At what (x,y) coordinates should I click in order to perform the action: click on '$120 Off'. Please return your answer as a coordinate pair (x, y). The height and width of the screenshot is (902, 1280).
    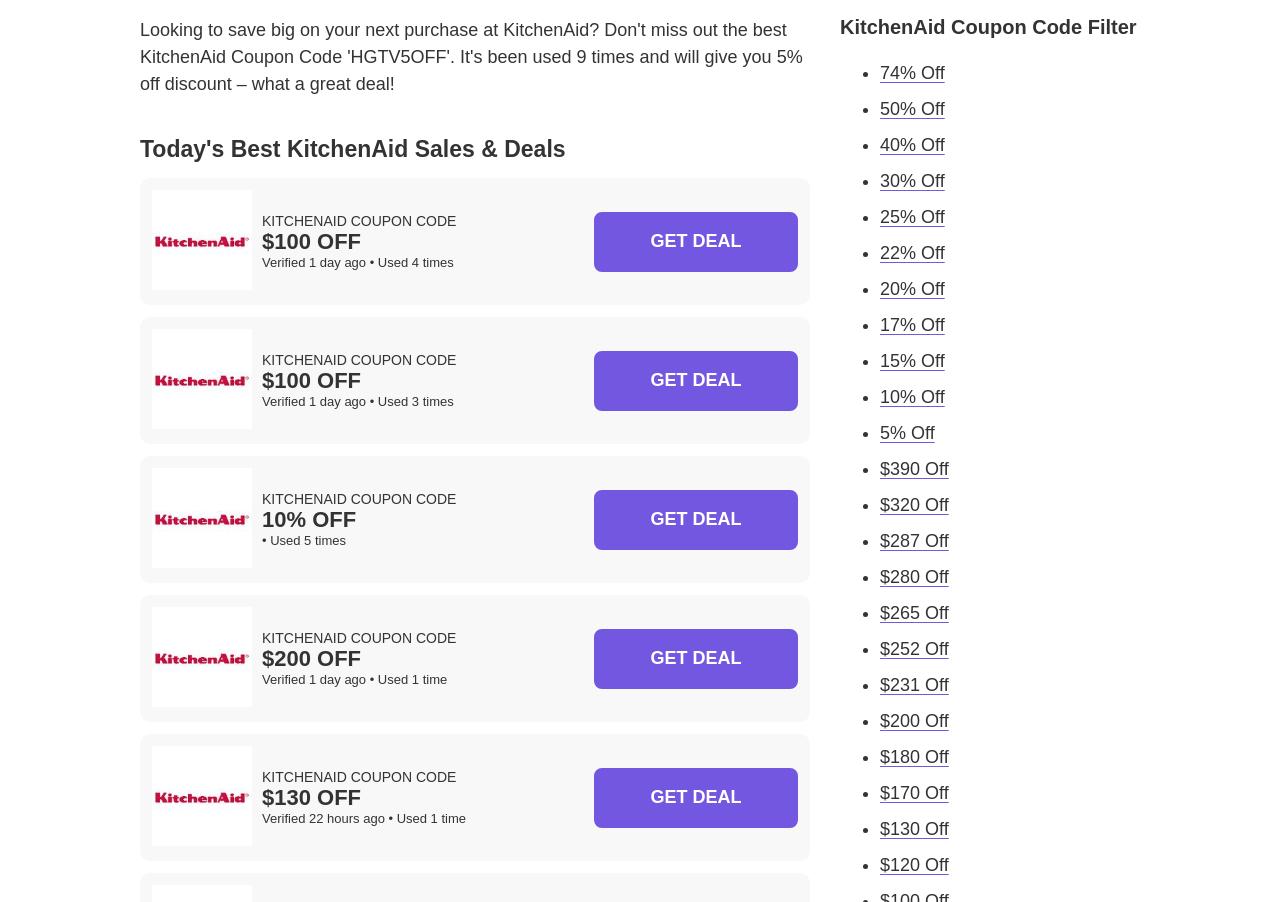
    Looking at the image, I should click on (880, 864).